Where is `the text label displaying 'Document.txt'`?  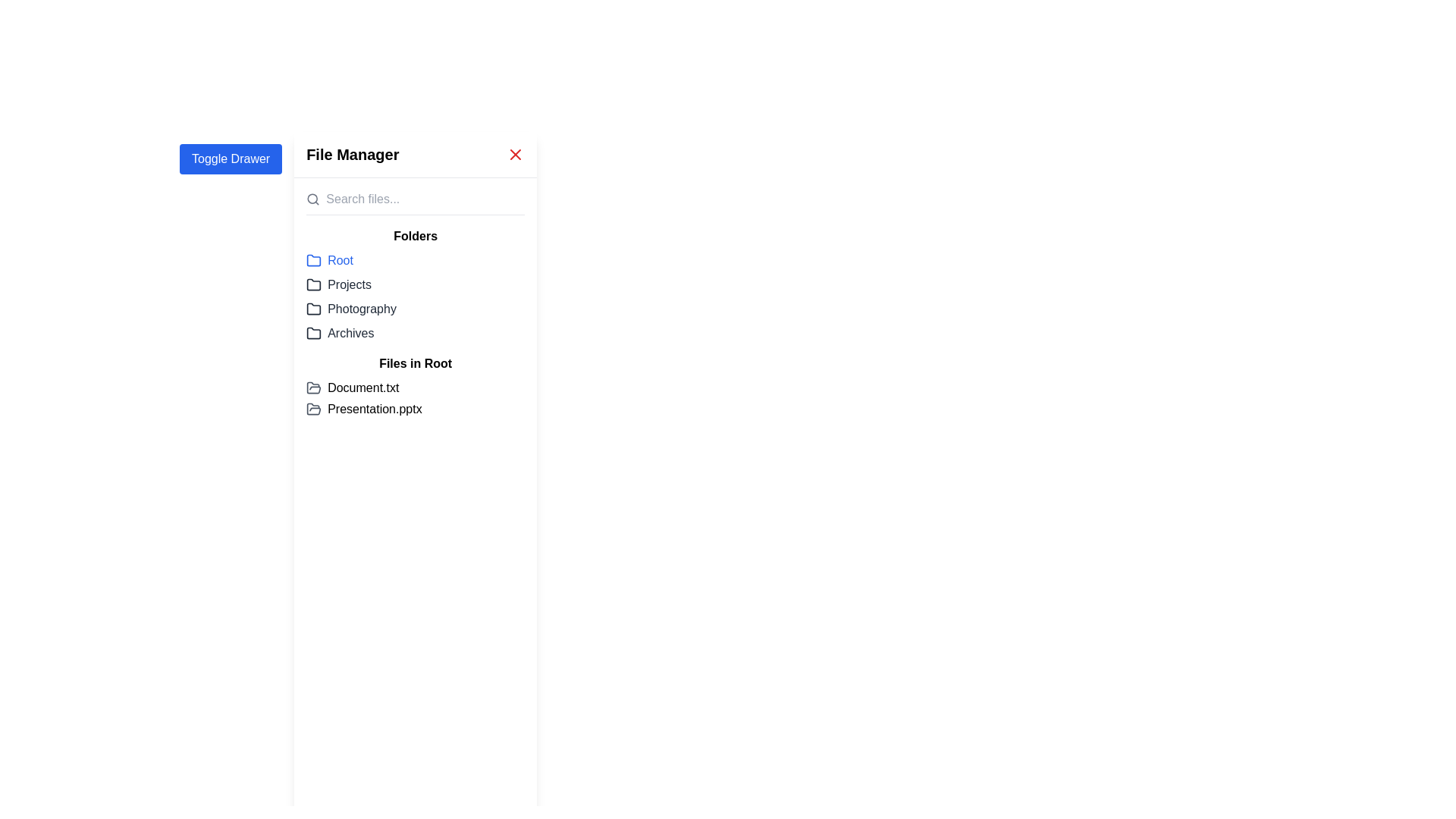 the text label displaying 'Document.txt' is located at coordinates (362, 388).